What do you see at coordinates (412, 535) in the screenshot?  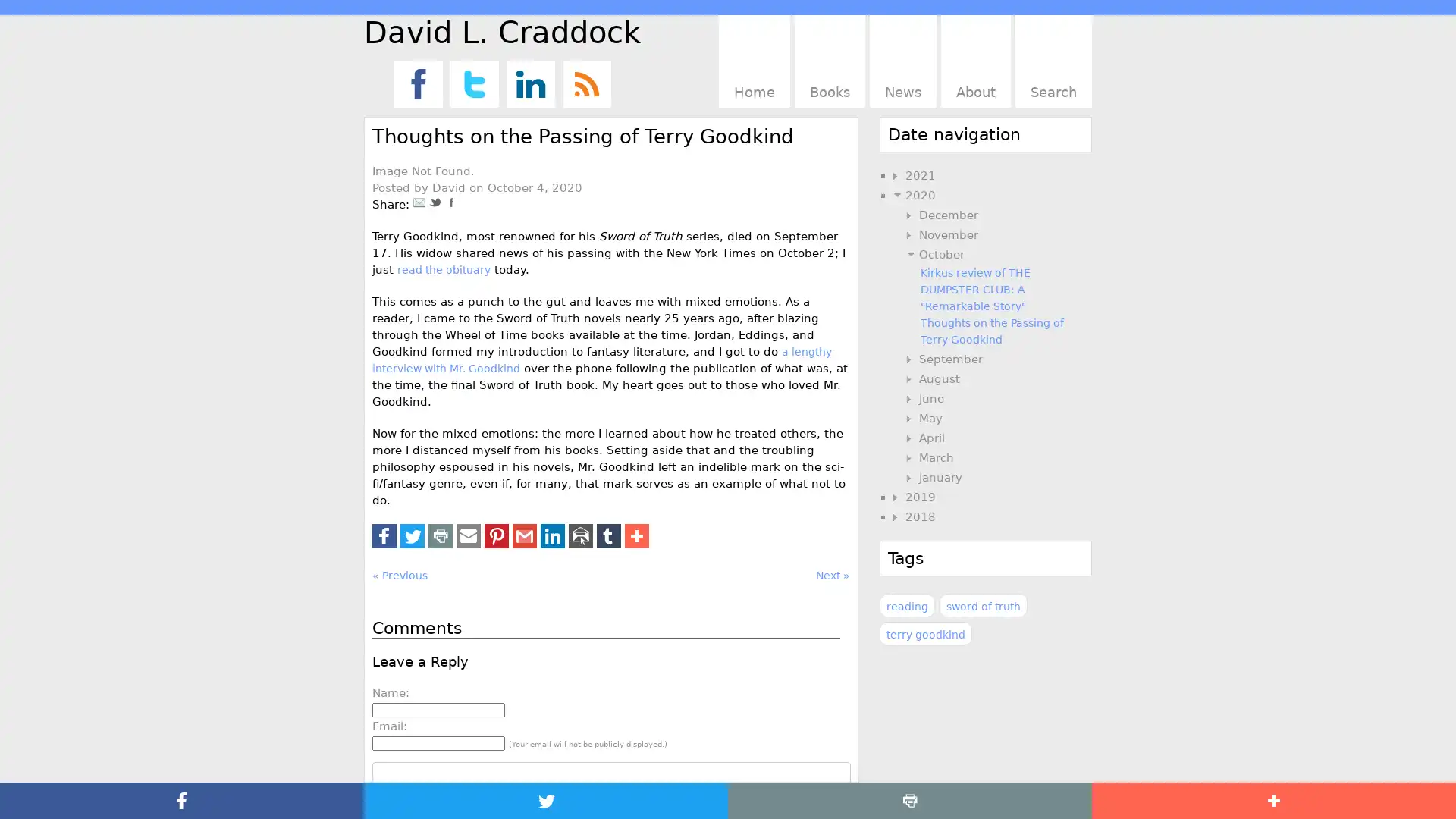 I see `Share to Twitter` at bounding box center [412, 535].